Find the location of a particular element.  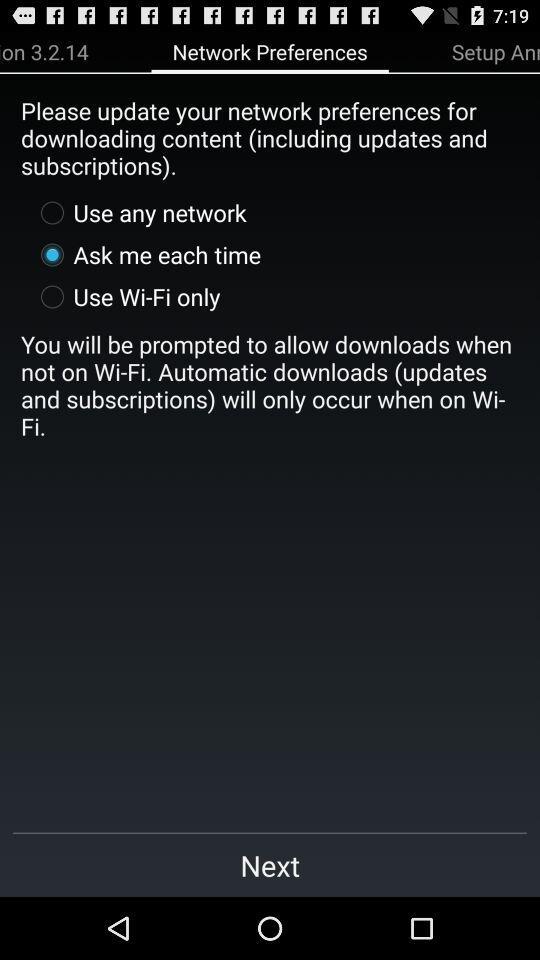

the icon at the top right corner is located at coordinates (494, 50).